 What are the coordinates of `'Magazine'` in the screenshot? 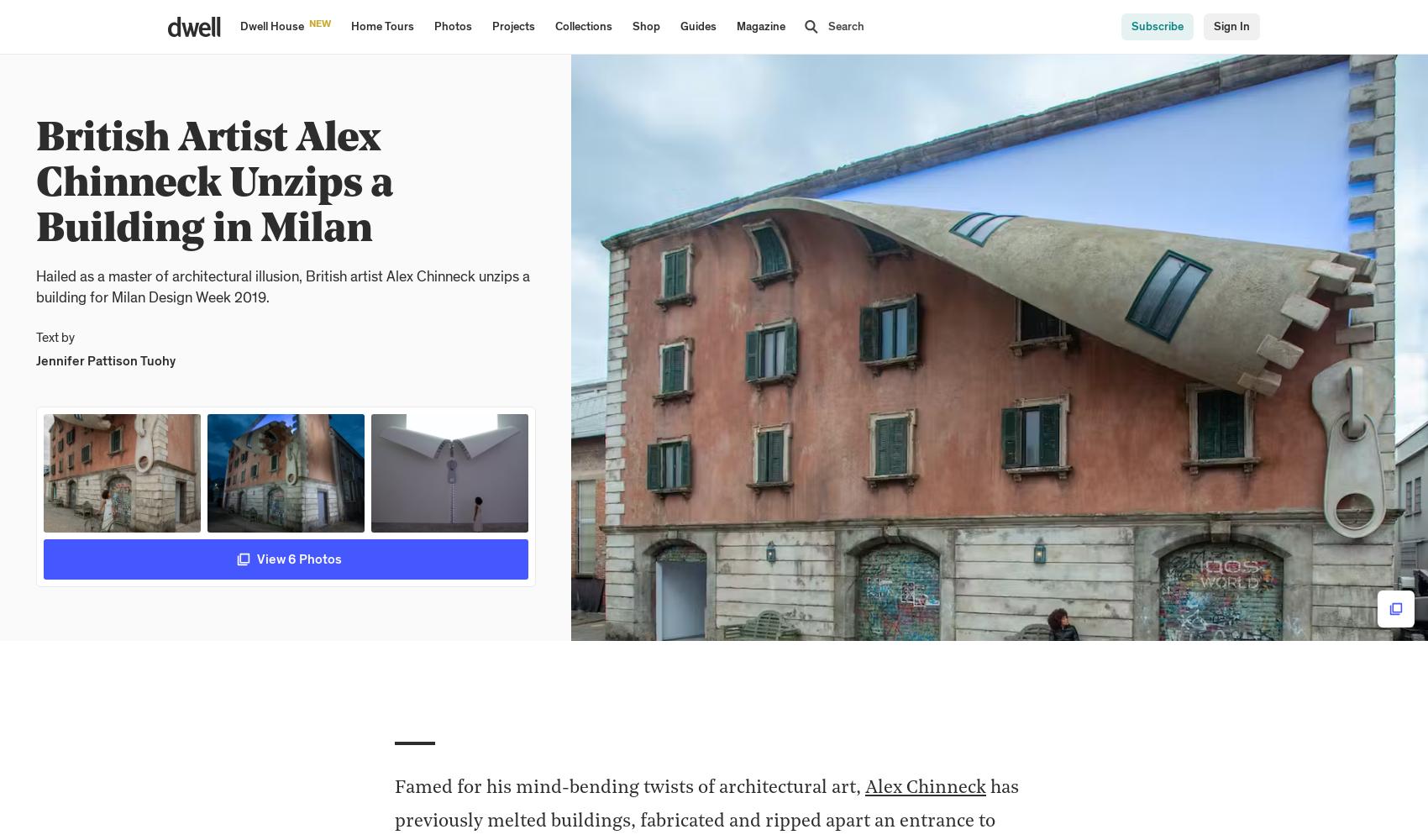 It's located at (760, 26).